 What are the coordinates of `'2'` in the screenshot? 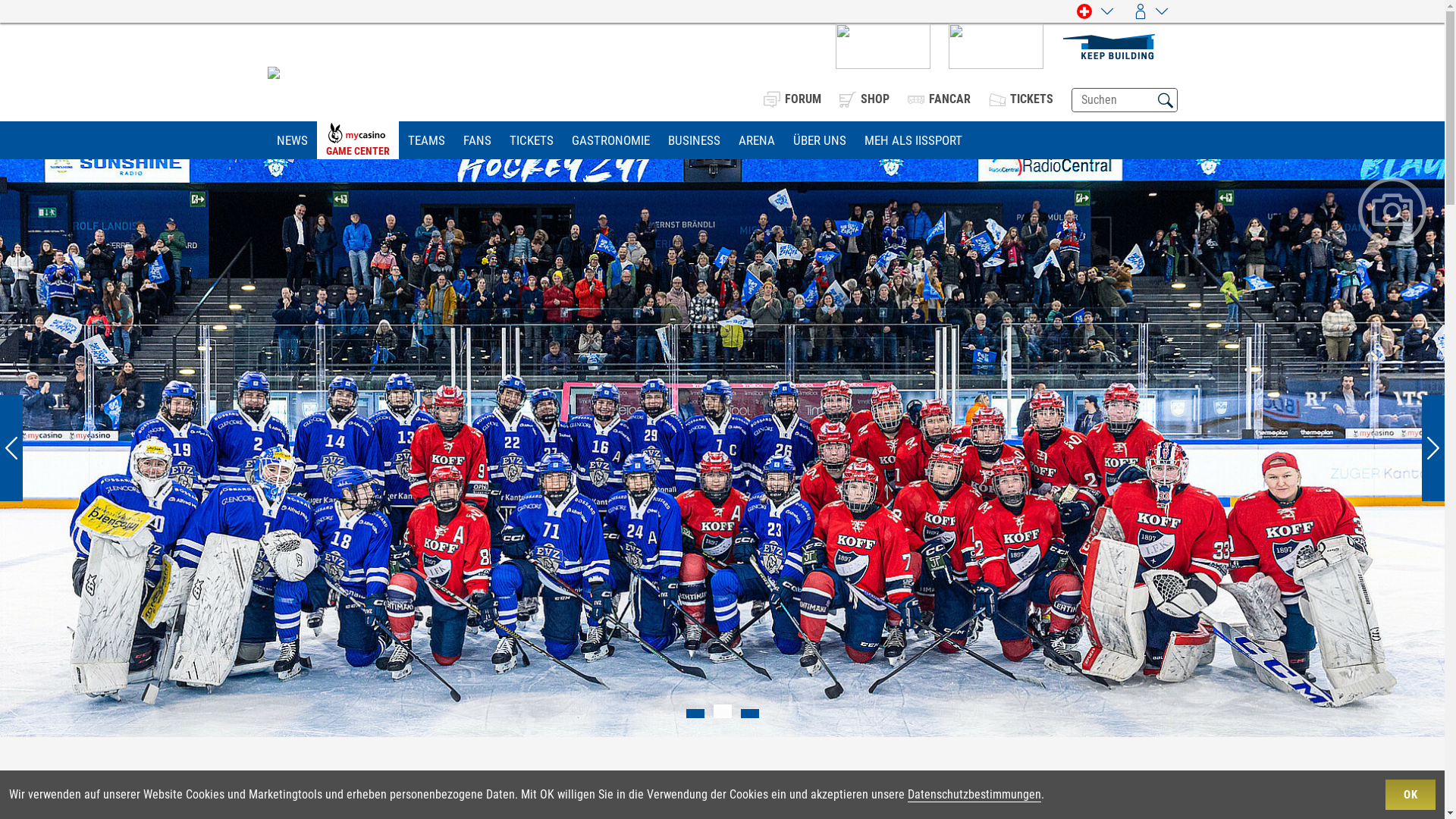 It's located at (720, 717).